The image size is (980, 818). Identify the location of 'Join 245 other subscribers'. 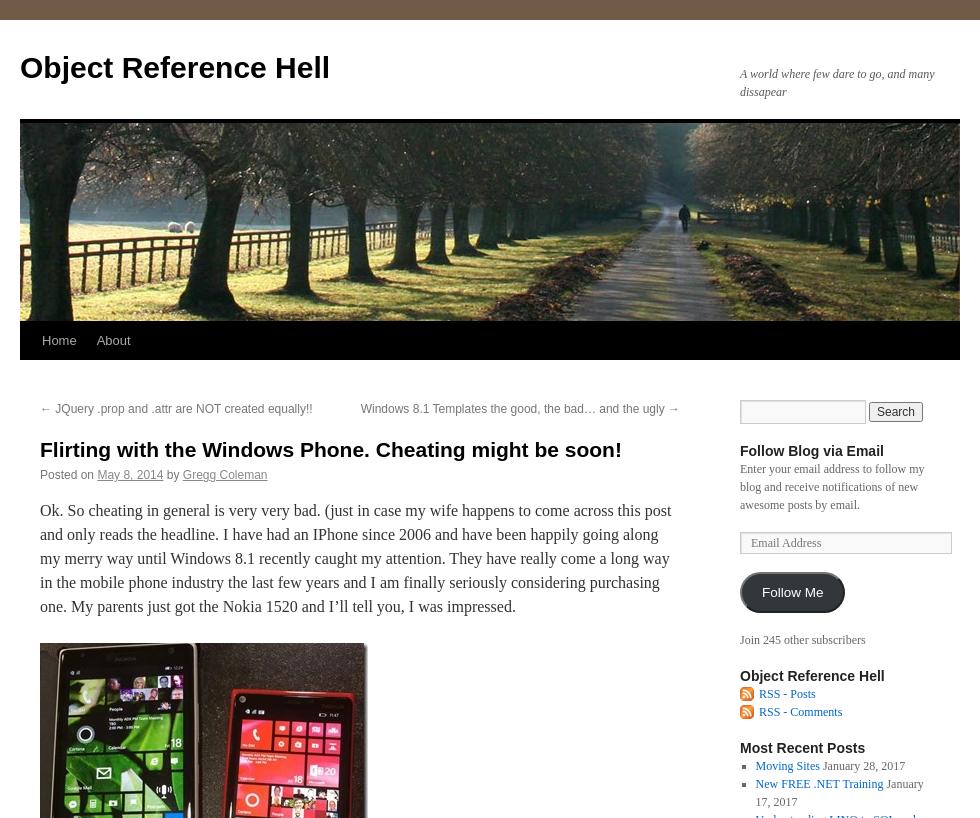
(739, 640).